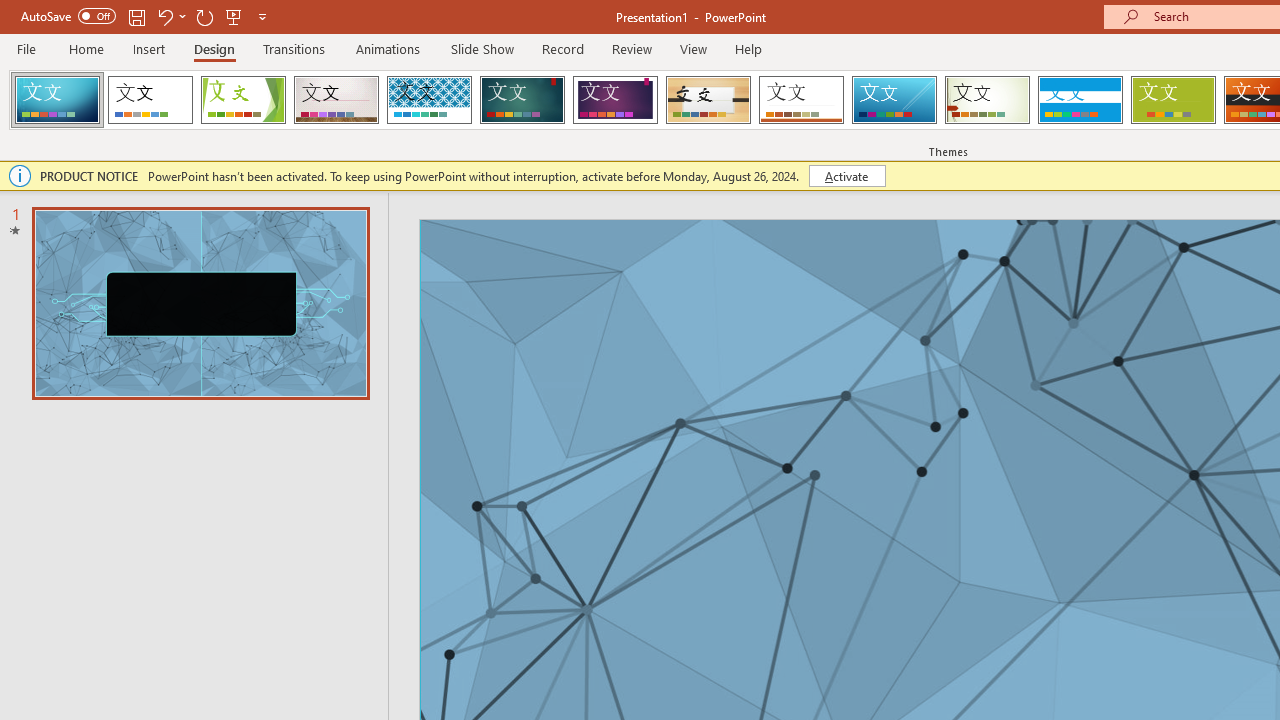  Describe the element at coordinates (1079, 100) in the screenshot. I see `'Banded'` at that location.